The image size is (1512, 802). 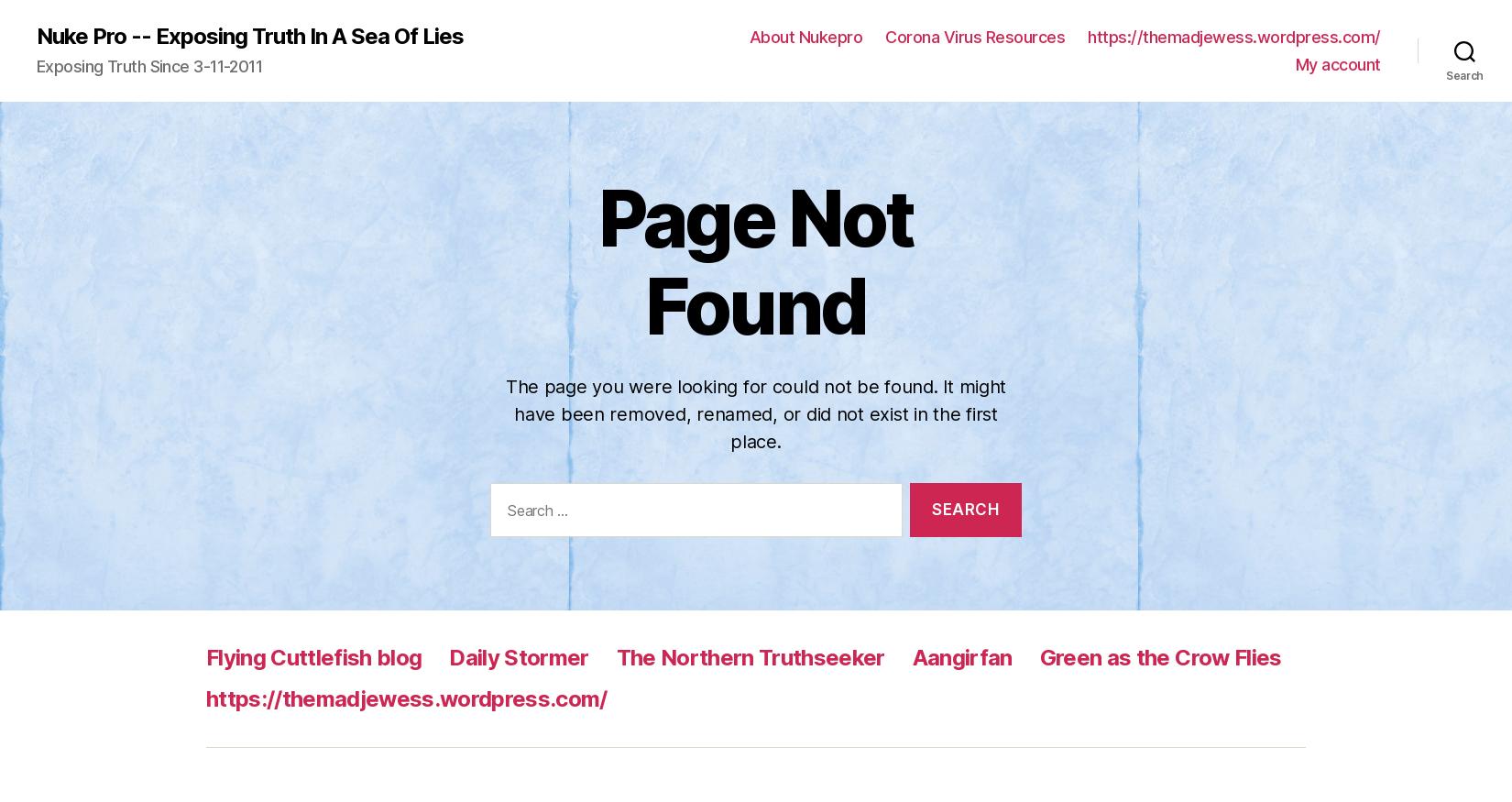 I want to click on 'The Northern Truthseeker', so click(x=749, y=98).